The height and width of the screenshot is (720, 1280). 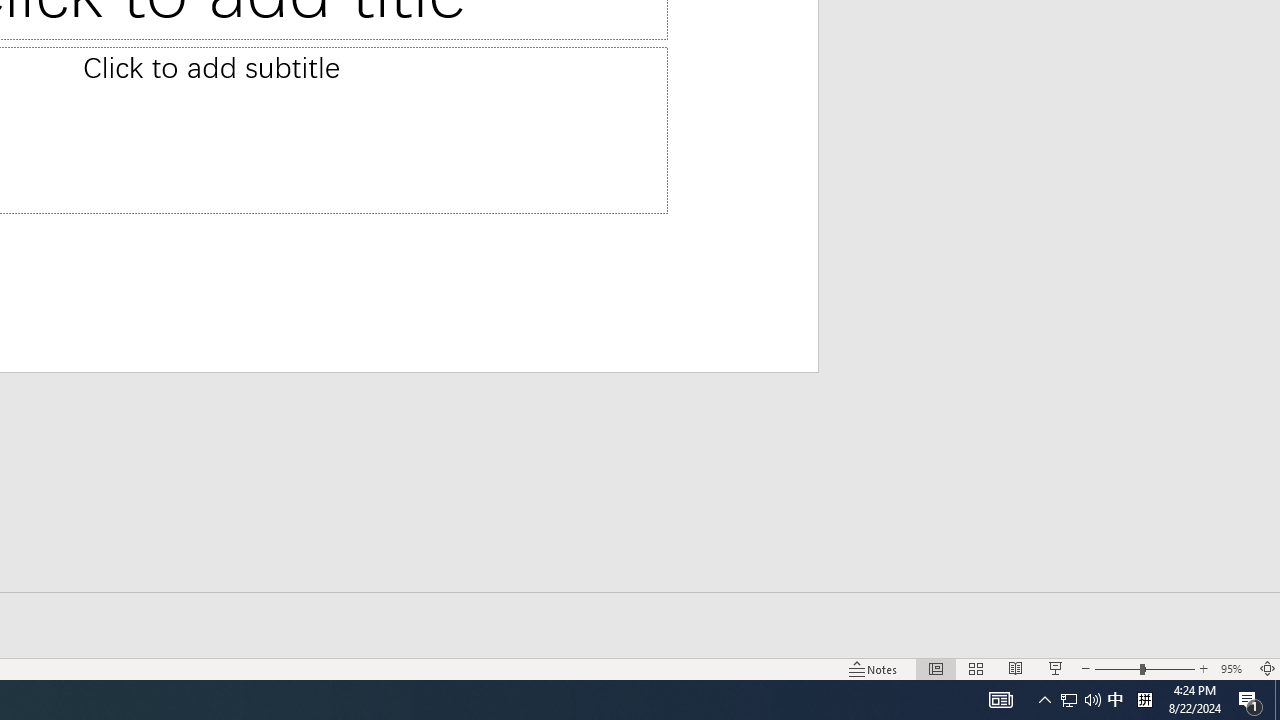 What do you see at coordinates (1233, 669) in the screenshot?
I see `'Zoom 95%'` at bounding box center [1233, 669].